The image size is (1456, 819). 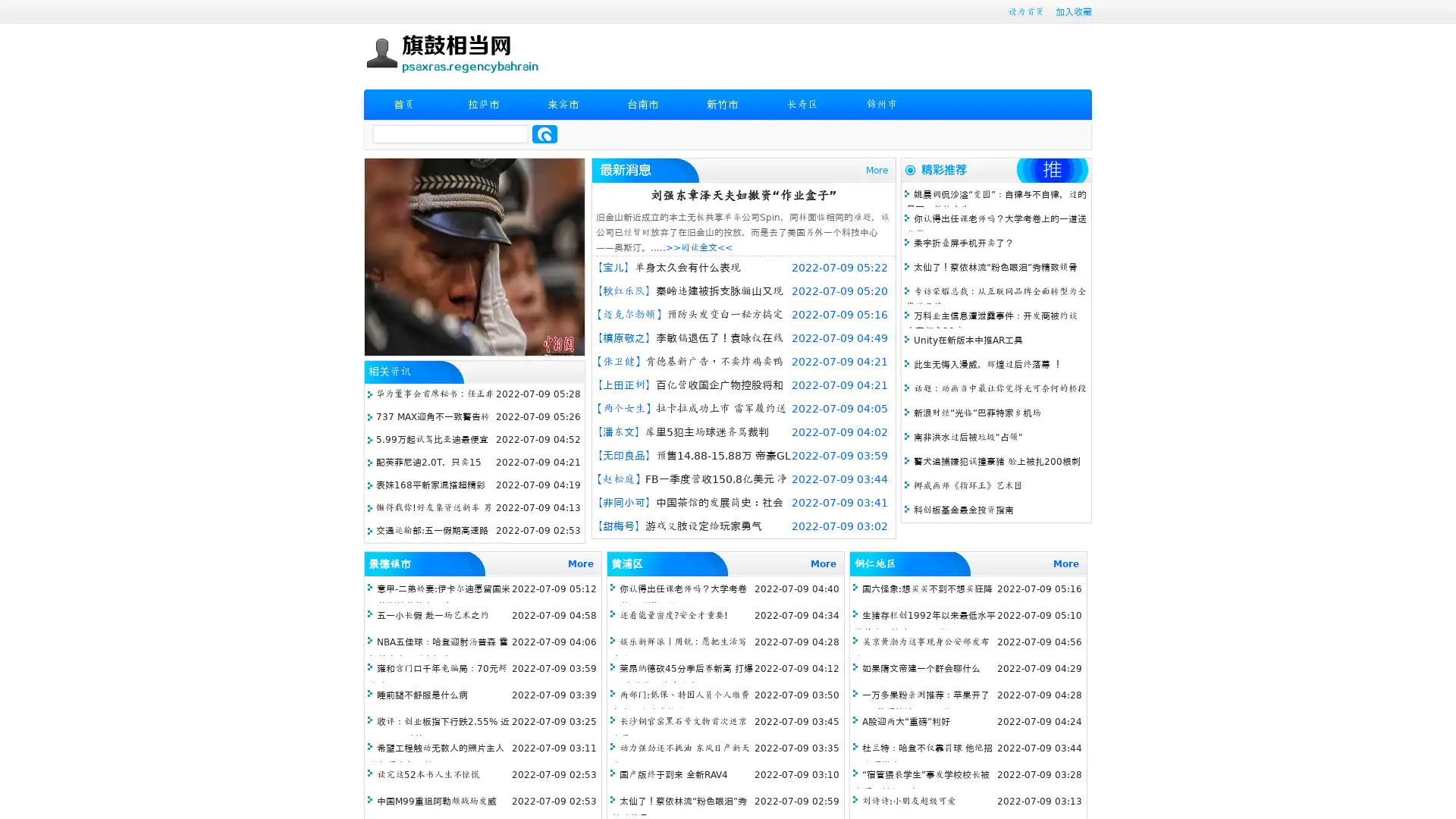 I want to click on Search, so click(x=544, y=133).